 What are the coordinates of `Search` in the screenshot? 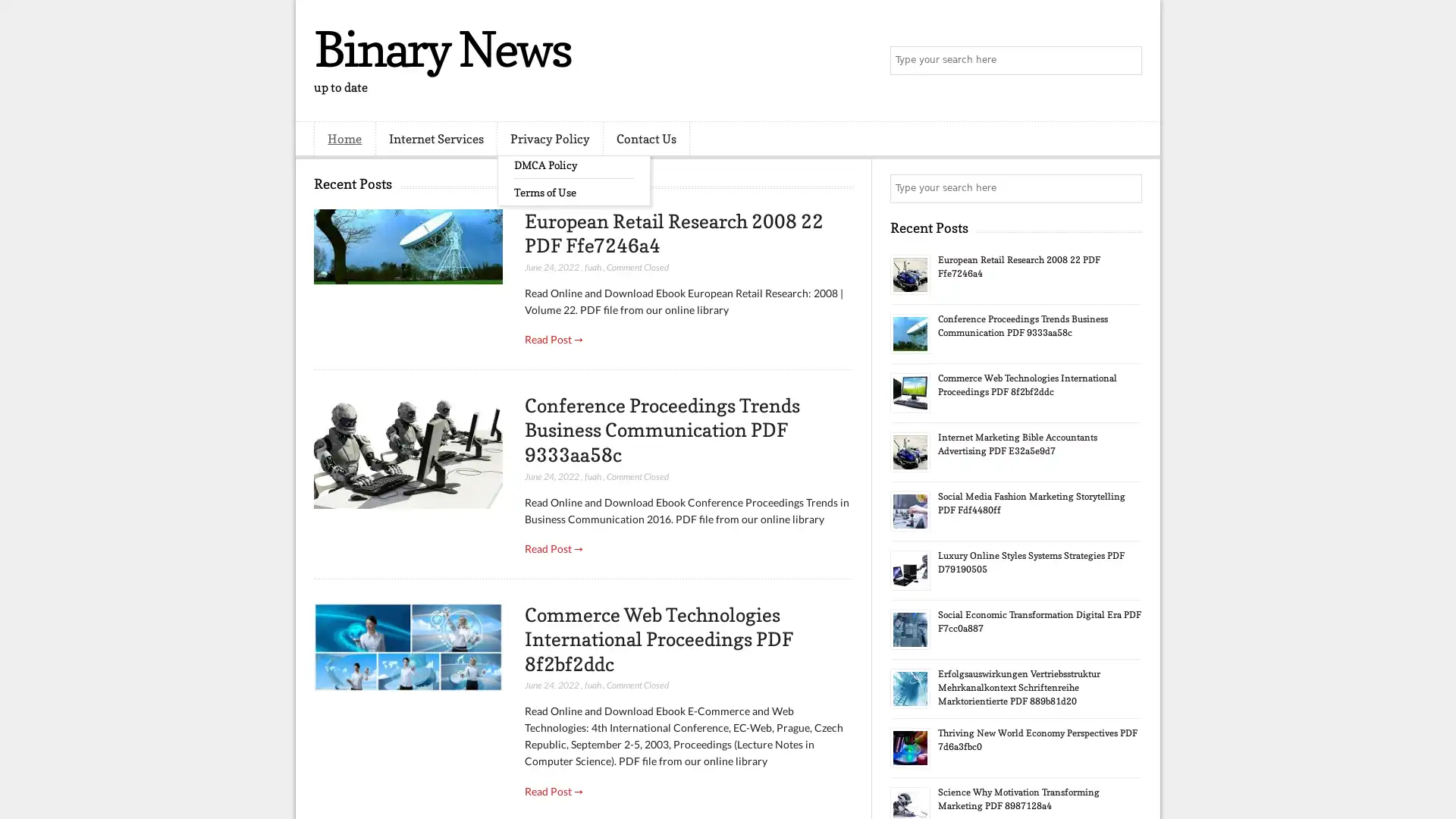 It's located at (1126, 61).